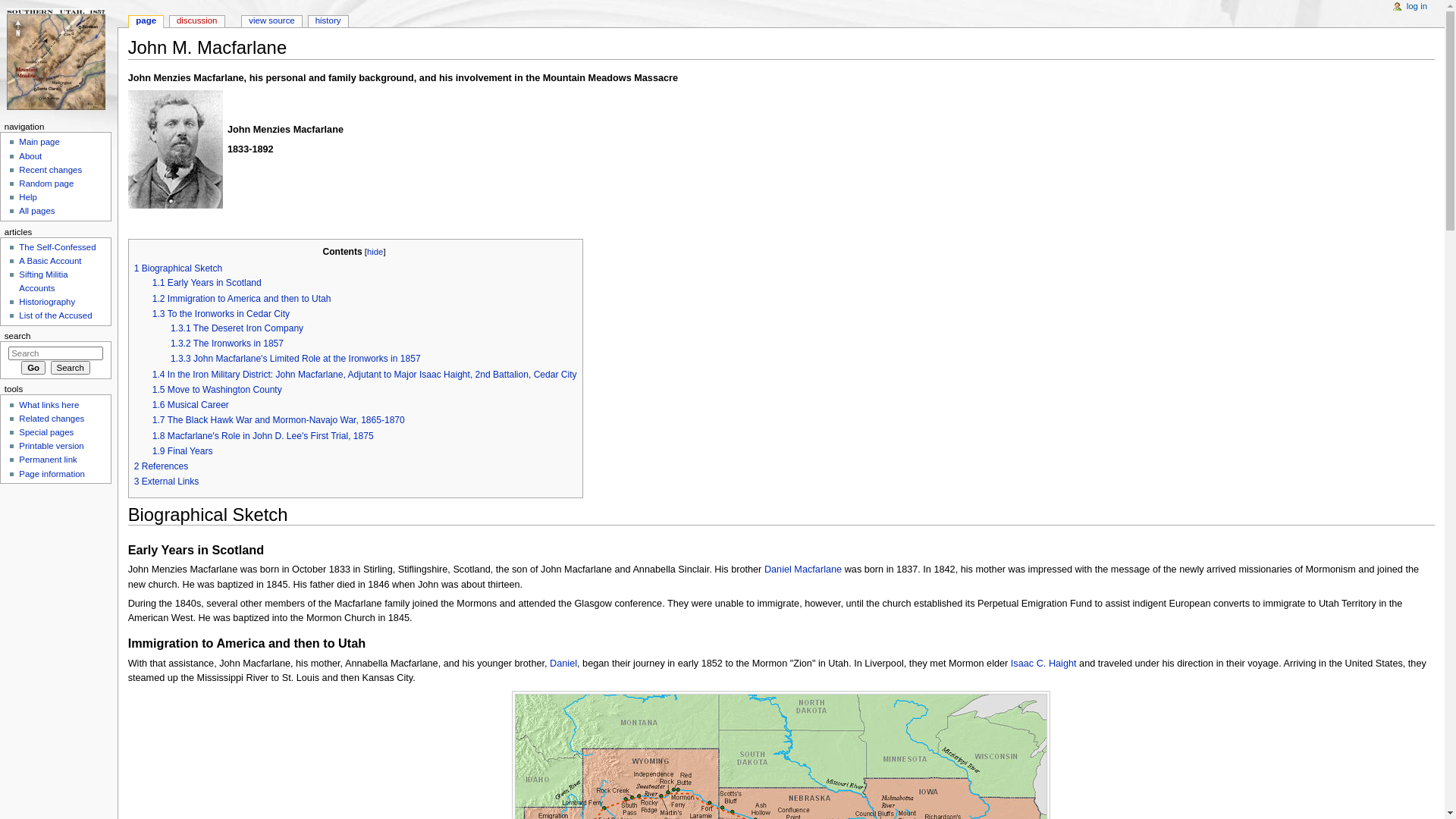 The width and height of the screenshot is (1456, 819). What do you see at coordinates (28, 196) in the screenshot?
I see `'Help'` at bounding box center [28, 196].